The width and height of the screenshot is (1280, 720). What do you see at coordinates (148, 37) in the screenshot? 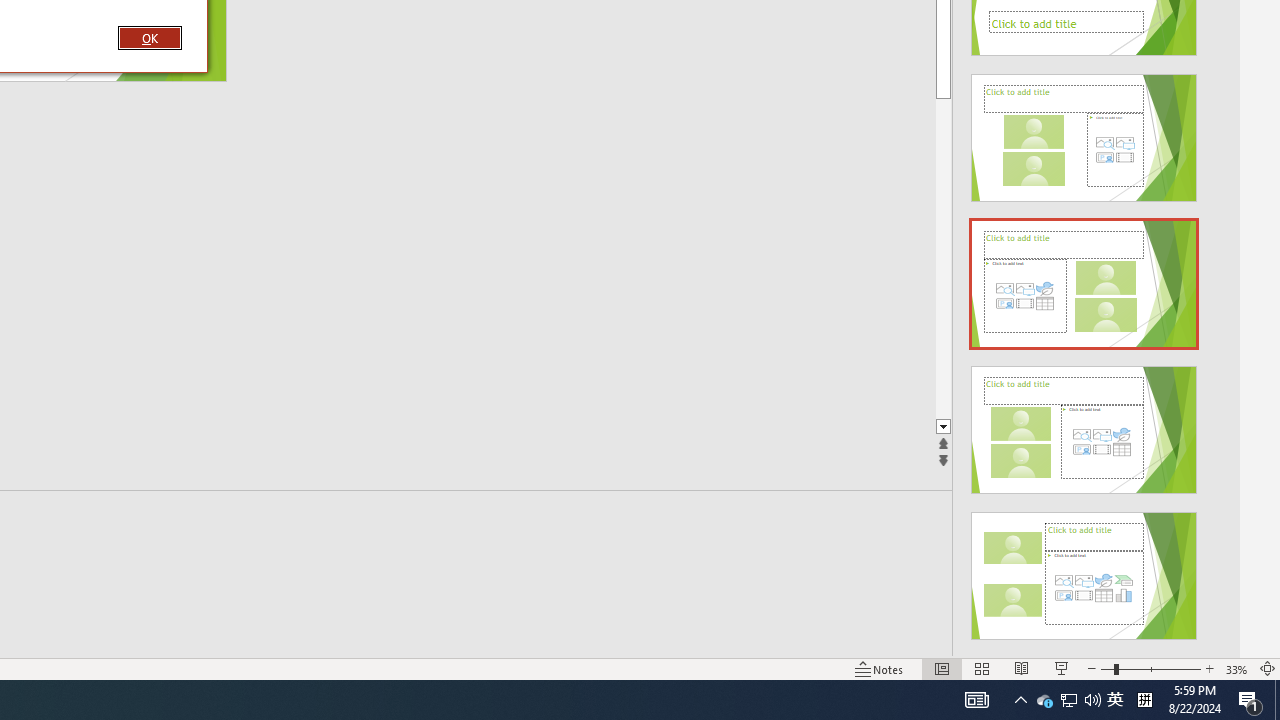
I see `'OK'` at bounding box center [148, 37].